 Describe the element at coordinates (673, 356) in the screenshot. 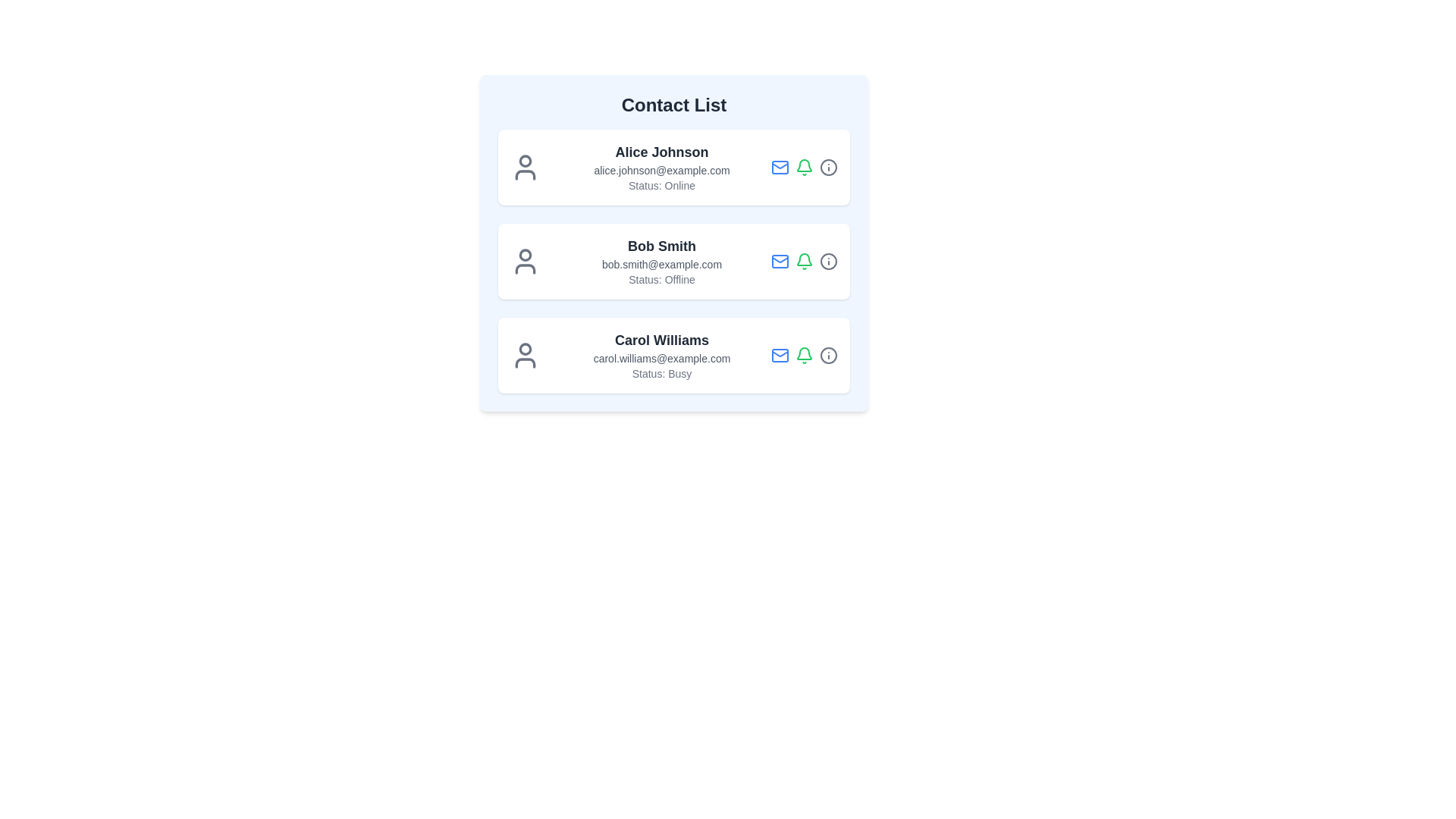

I see `the contact details of Carol Williams` at that location.